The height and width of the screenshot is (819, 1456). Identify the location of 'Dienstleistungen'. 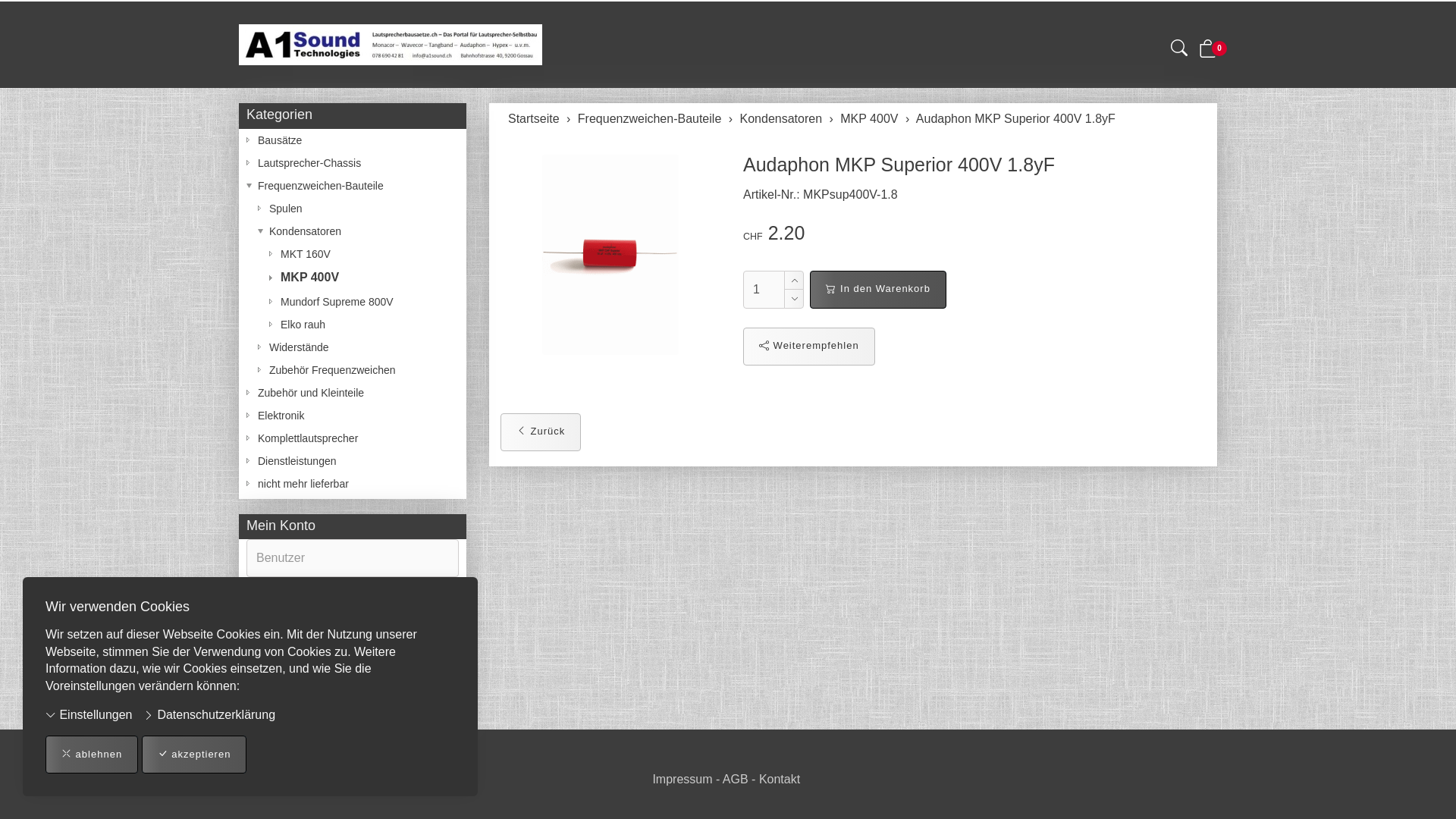
(352, 460).